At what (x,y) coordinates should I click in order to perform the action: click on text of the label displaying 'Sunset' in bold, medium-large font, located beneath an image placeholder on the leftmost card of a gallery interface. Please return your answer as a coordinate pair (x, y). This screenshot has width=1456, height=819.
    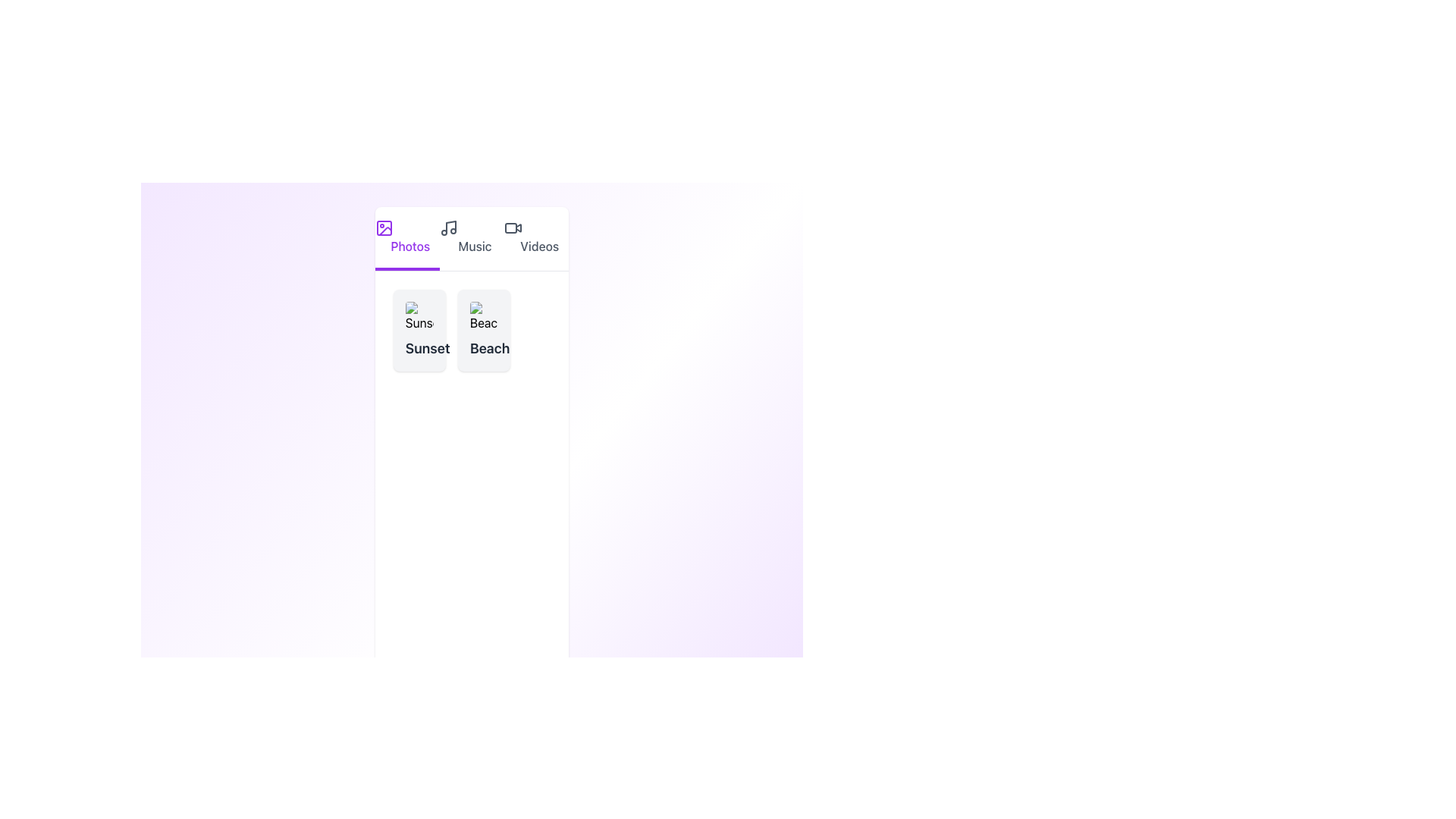
    Looking at the image, I should click on (419, 348).